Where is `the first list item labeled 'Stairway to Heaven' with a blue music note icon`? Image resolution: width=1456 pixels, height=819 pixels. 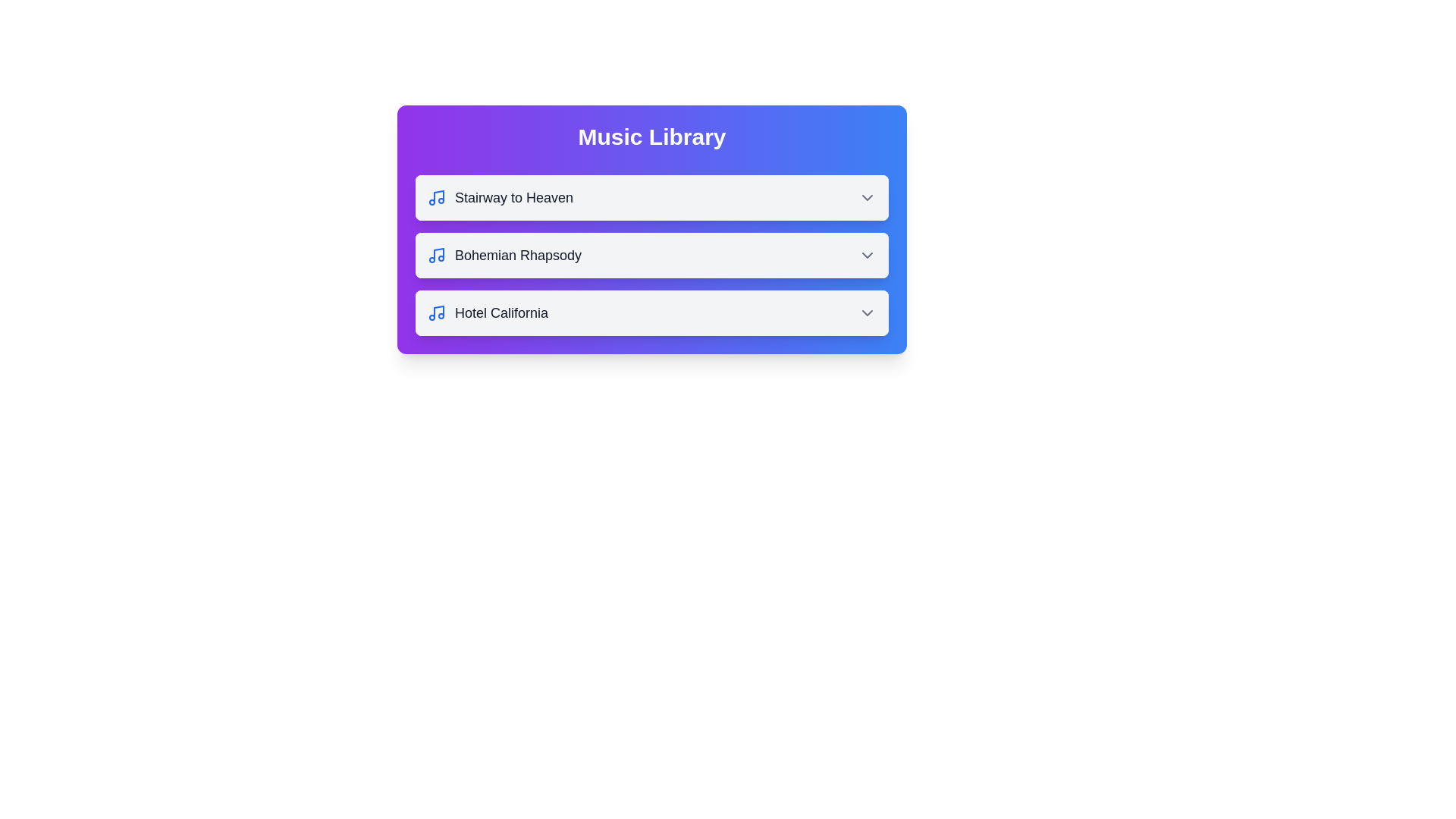
the first list item labeled 'Stairway to Heaven' with a blue music note icon is located at coordinates (500, 197).